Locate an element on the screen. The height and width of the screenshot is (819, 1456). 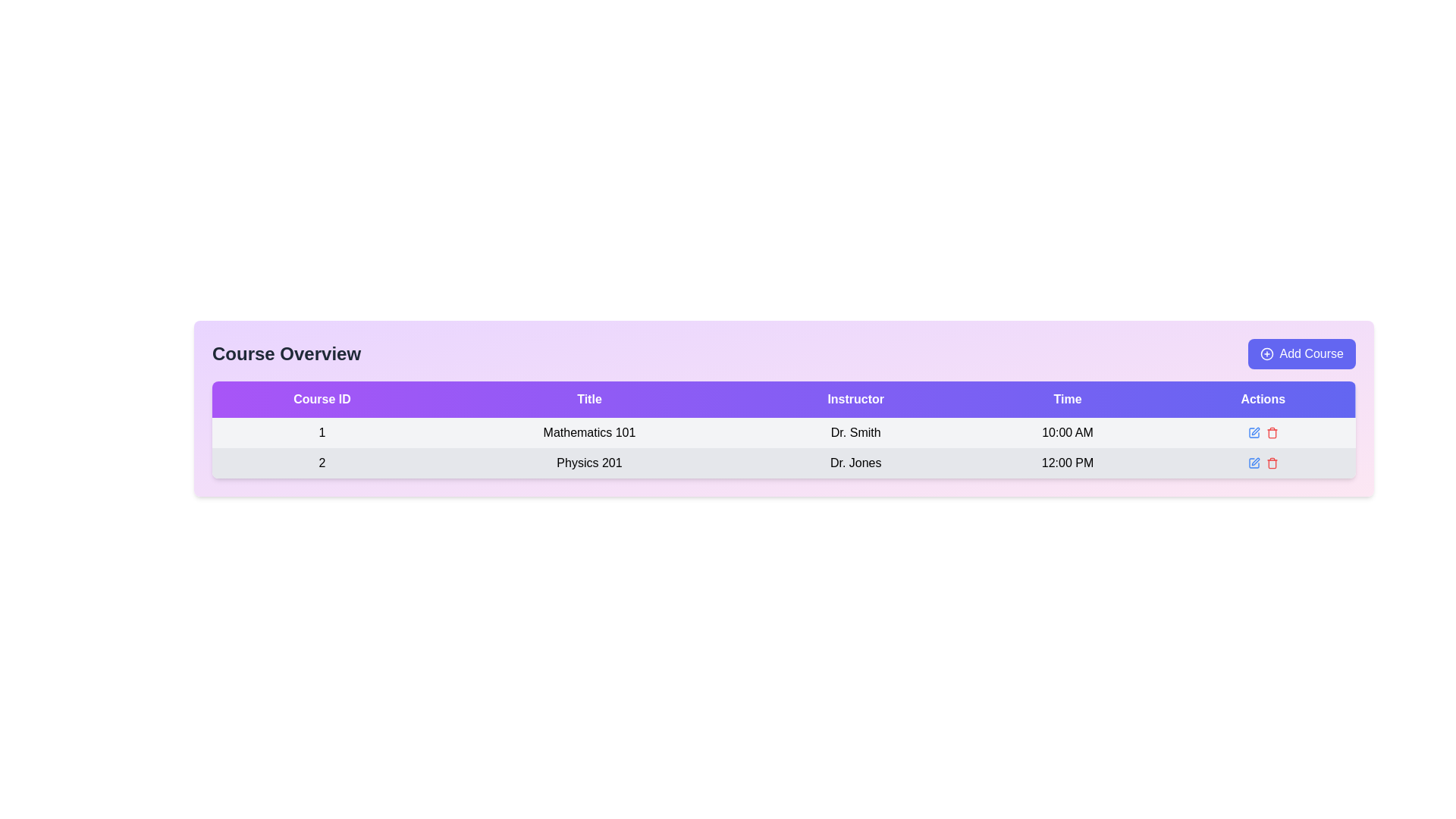
the delete icon button located in the 'Actions' column of the second row of the table is located at coordinates (1263, 462).